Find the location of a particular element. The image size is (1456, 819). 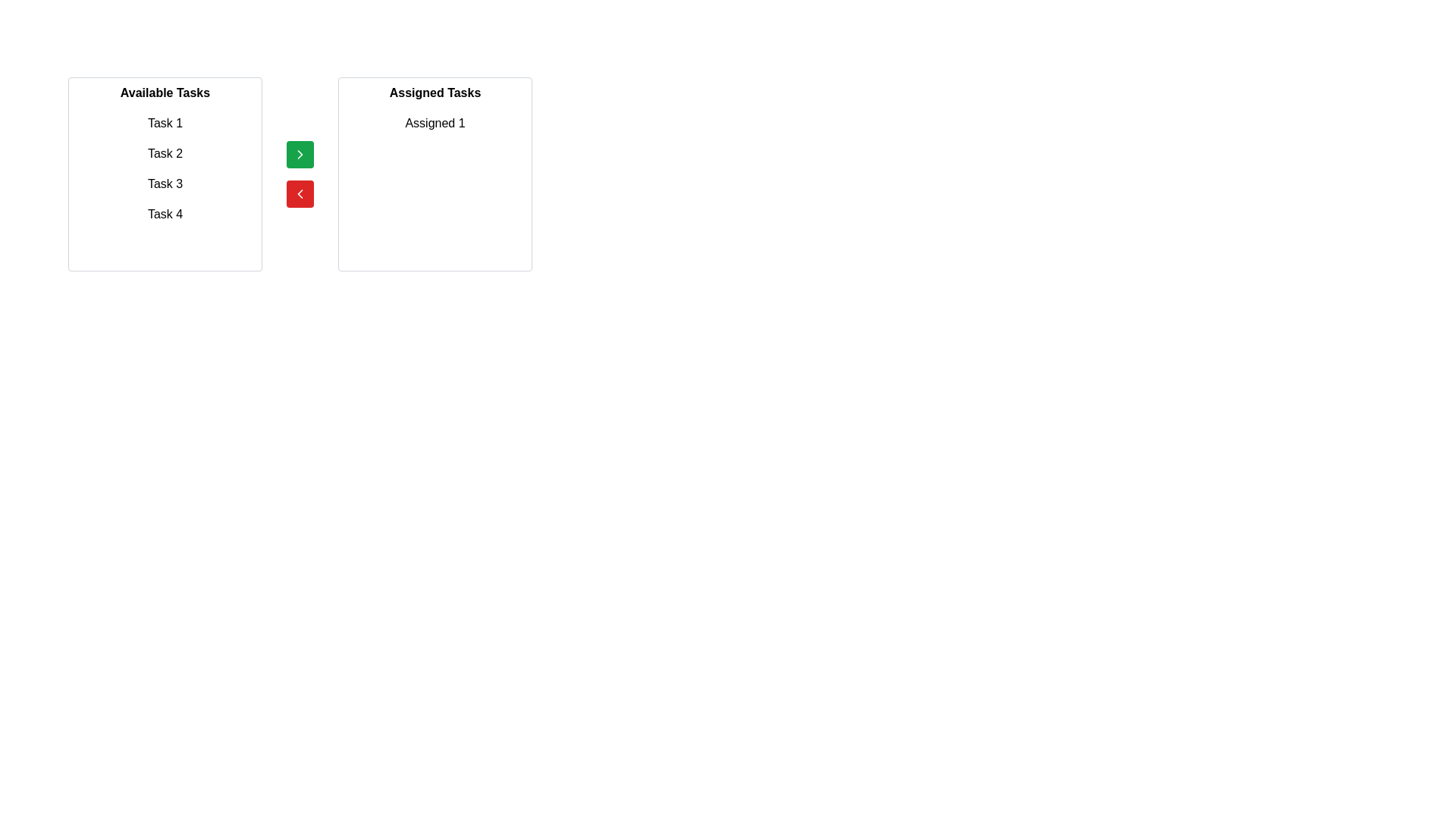

the green square button with a right-pointing chevron icon, positioned at the top of the button pair between 'Available Tasks' and 'Assigned Tasks' is located at coordinates (300, 155).